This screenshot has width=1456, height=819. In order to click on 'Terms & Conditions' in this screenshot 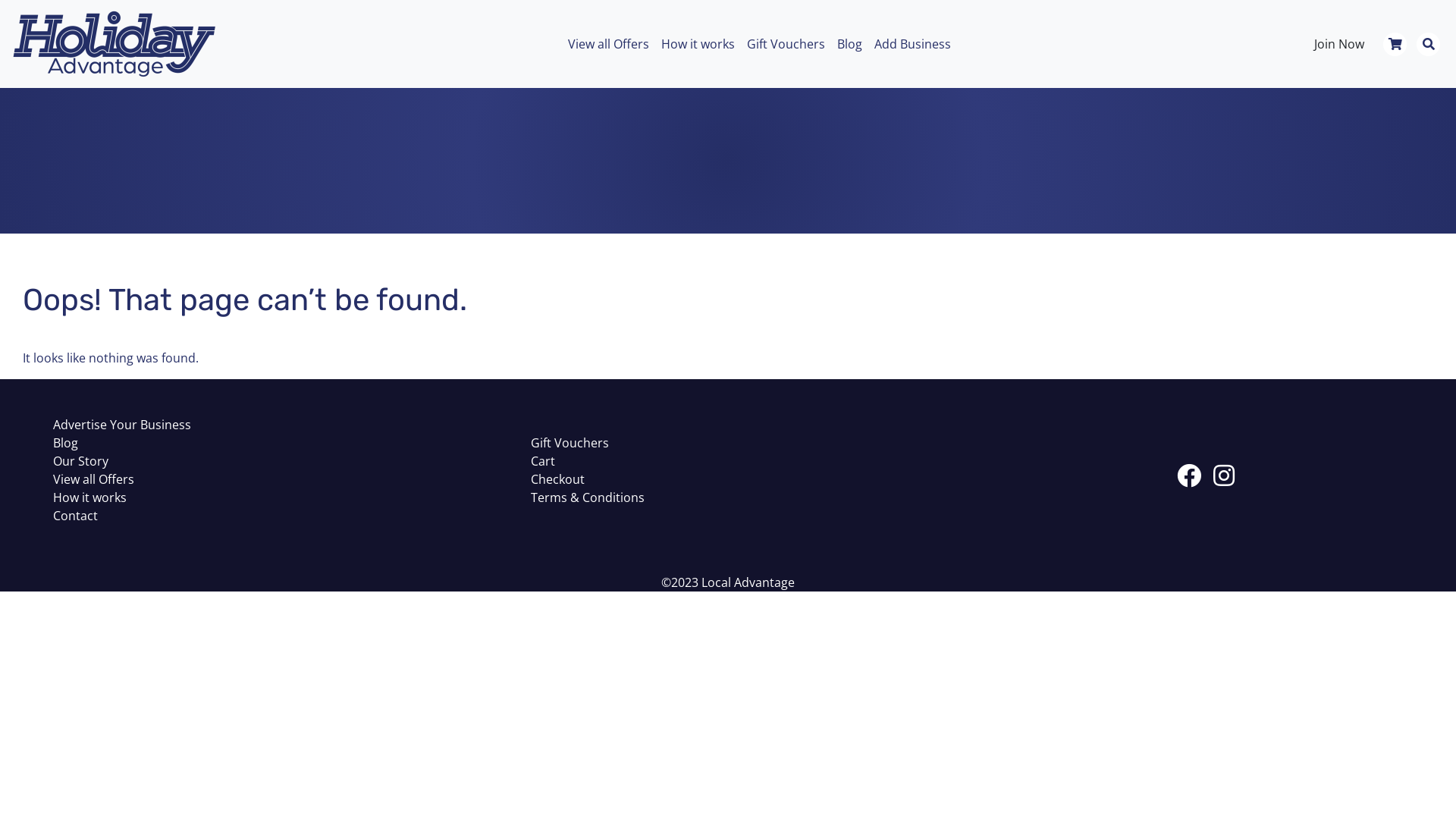, I will do `click(586, 497)`.